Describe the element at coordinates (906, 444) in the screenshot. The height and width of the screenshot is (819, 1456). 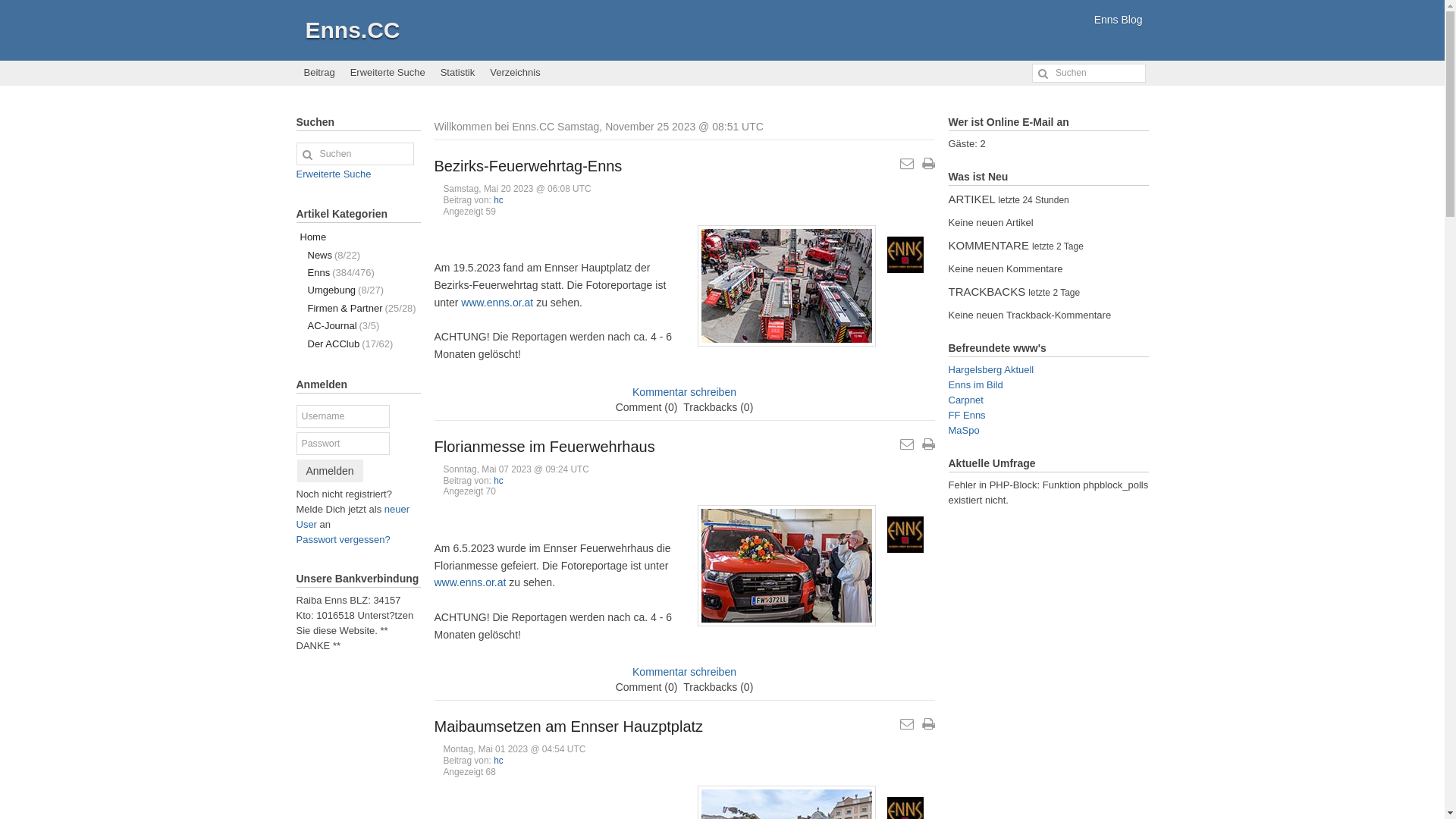
I see `'An einen Freund schicken'` at that location.